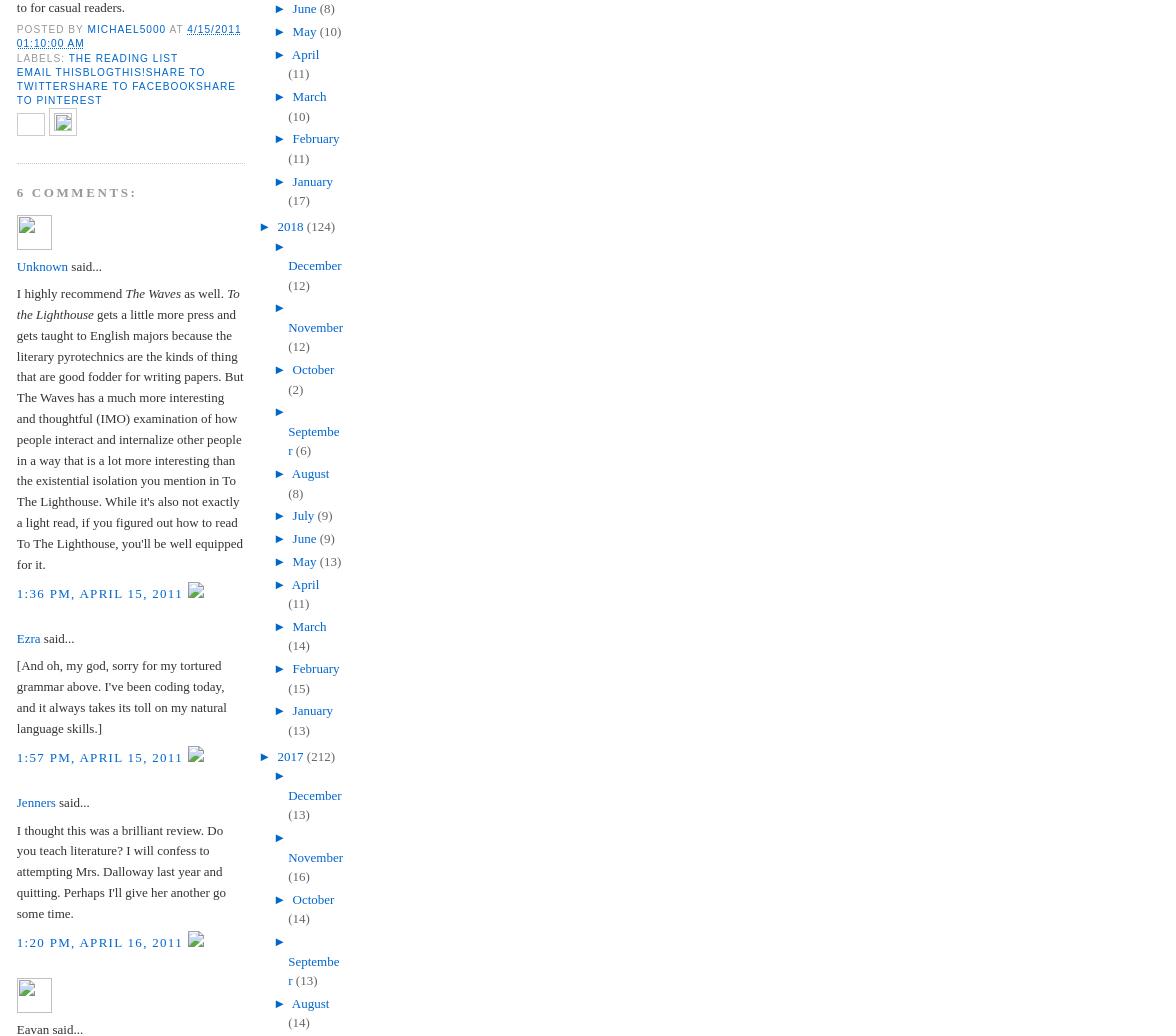 This screenshot has height=1036, width=1176. I want to click on 'The Waves', so click(124, 293).